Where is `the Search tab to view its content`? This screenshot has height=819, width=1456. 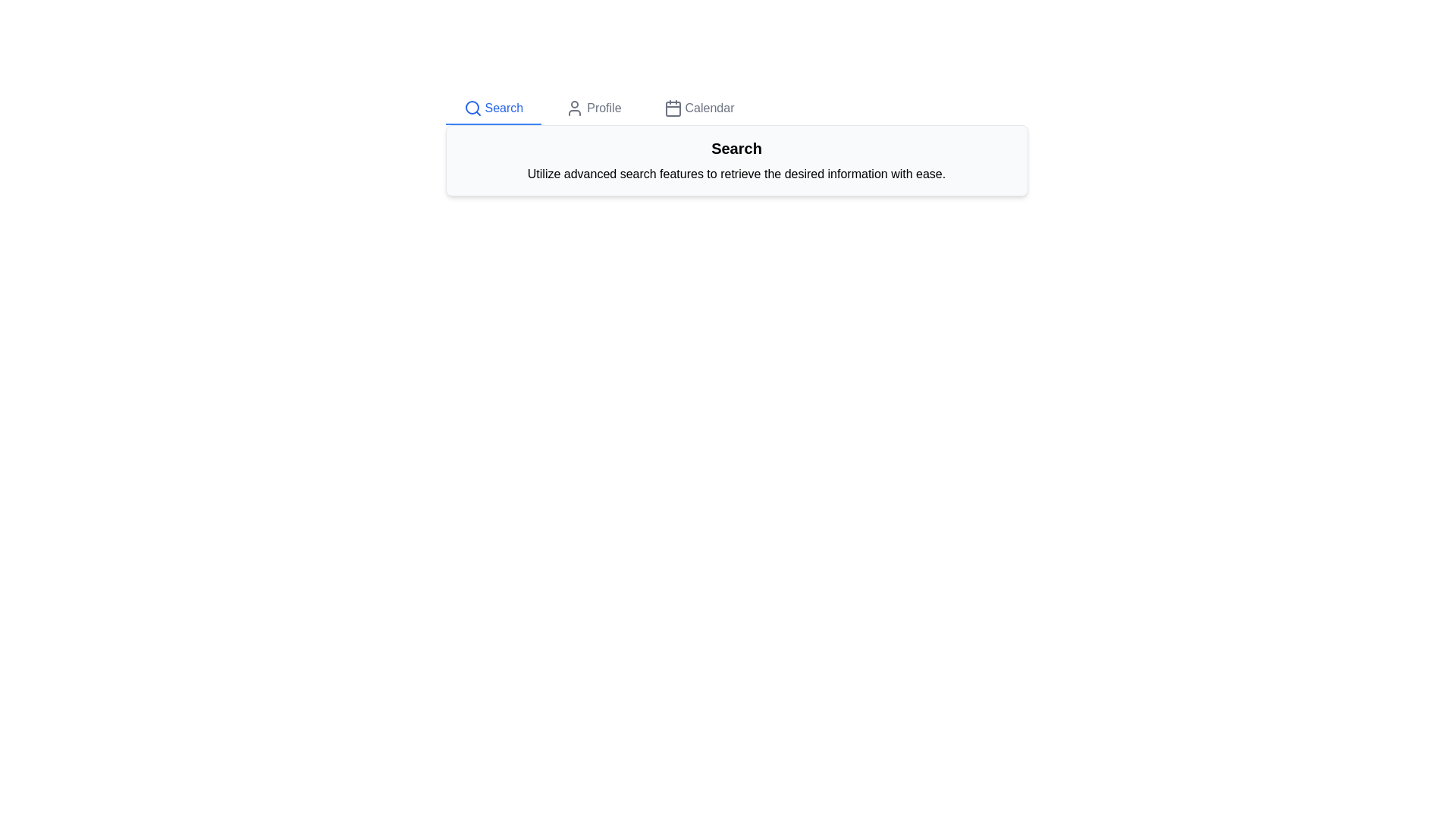
the Search tab to view its content is located at coordinates (493, 108).